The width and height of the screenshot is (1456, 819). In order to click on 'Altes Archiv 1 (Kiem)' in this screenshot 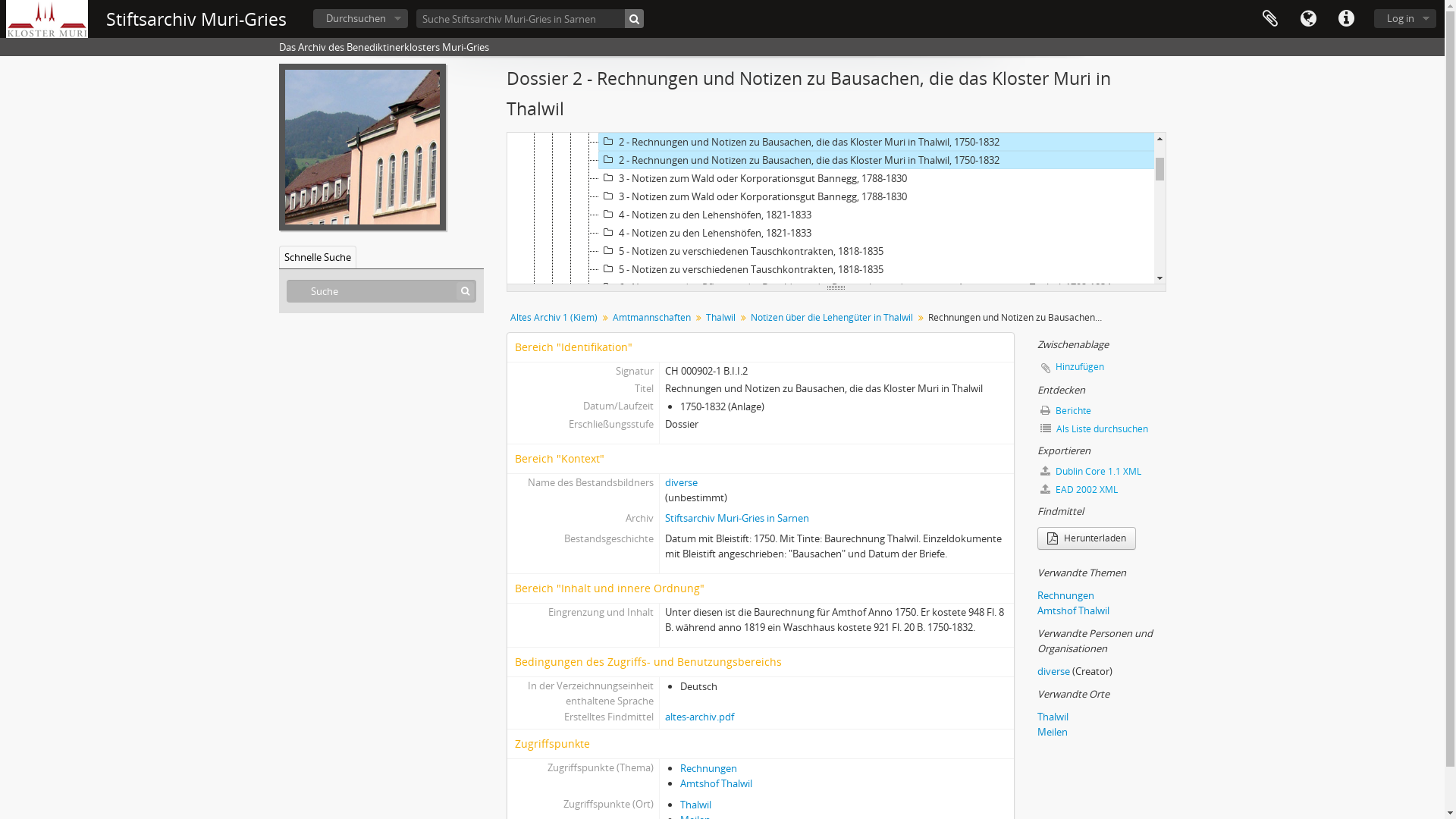, I will do `click(553, 317)`.